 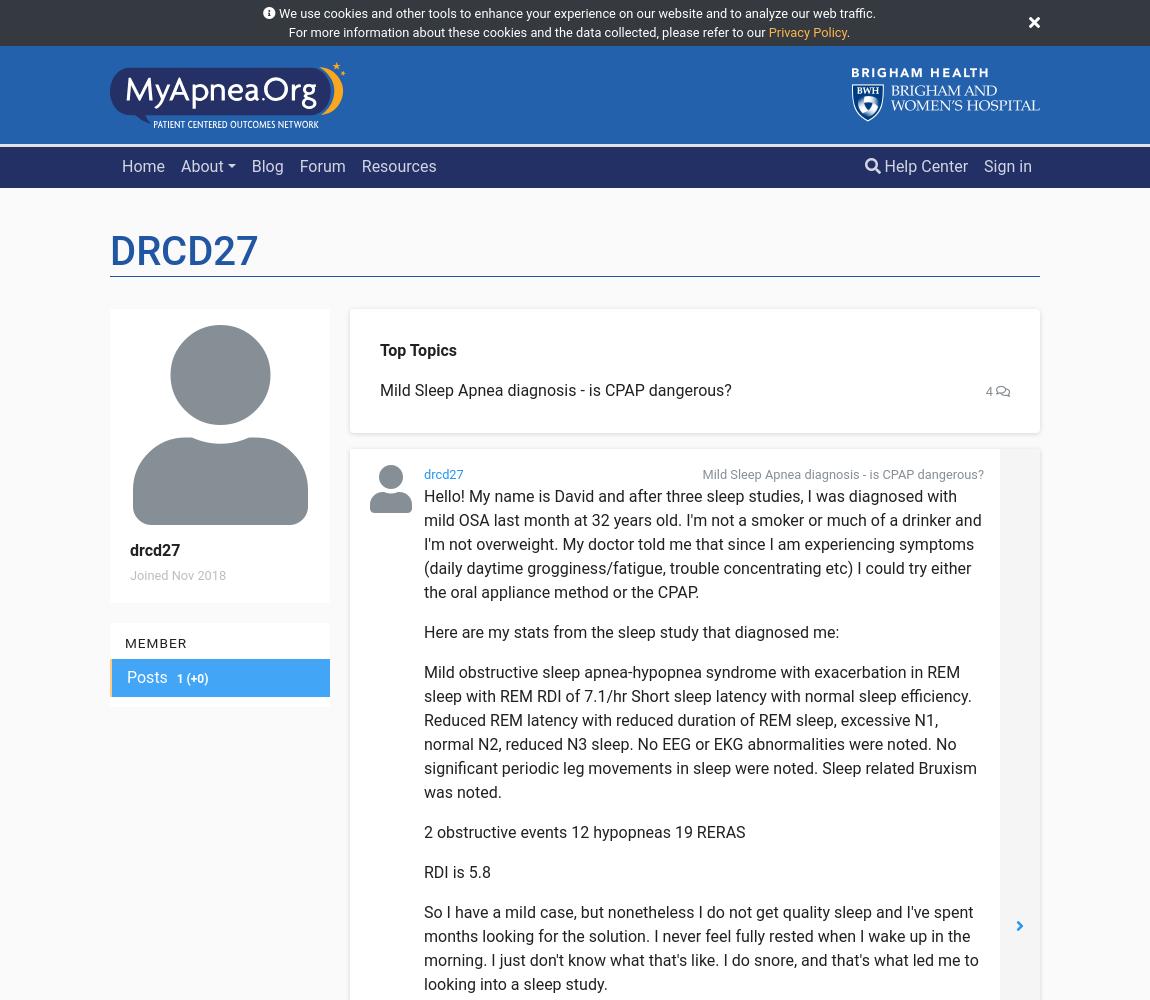 I want to click on 'Forum', so click(x=322, y=166).